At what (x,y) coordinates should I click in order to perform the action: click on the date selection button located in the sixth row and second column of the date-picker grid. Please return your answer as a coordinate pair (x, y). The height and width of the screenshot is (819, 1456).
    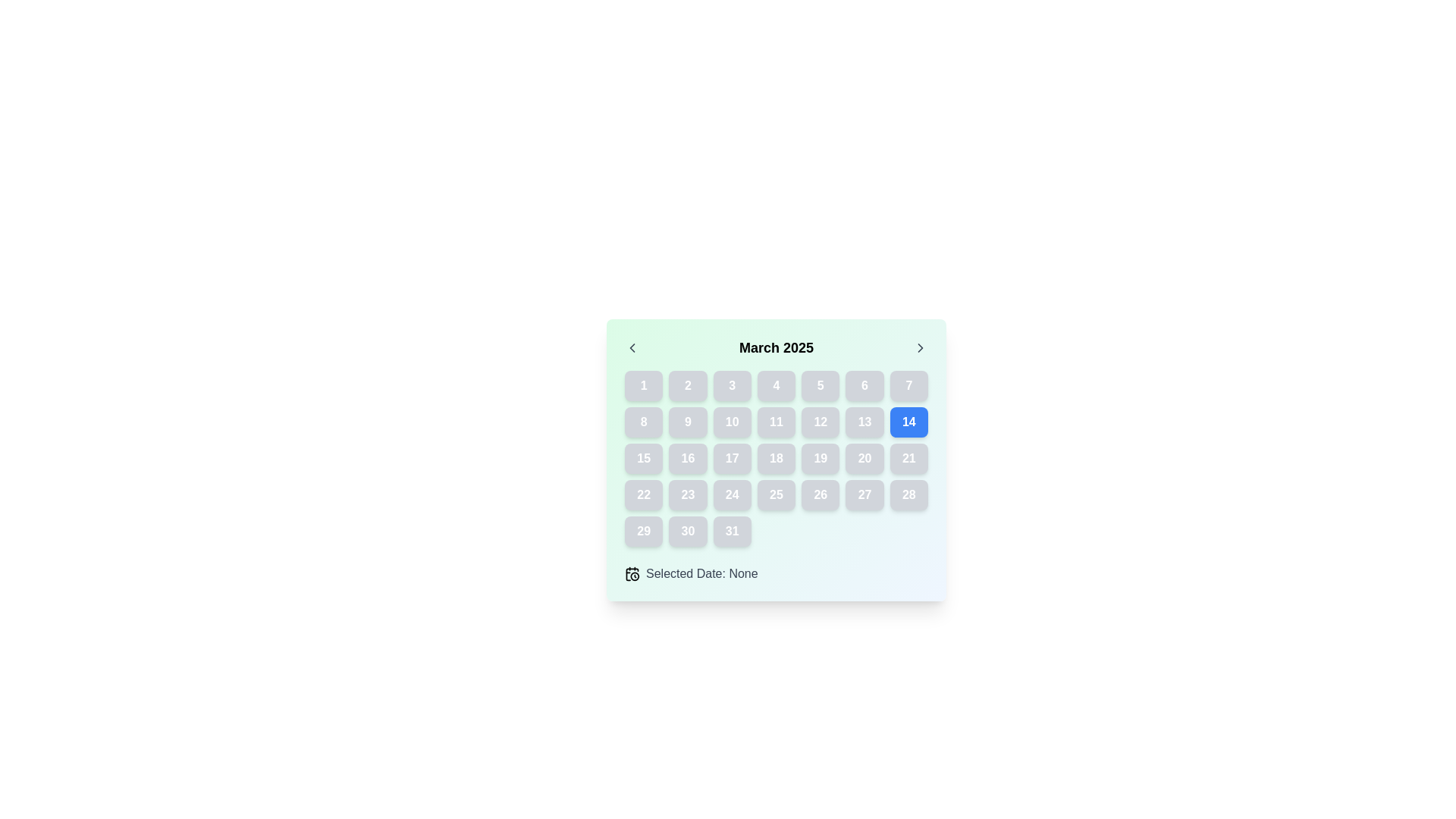
    Looking at the image, I should click on (687, 494).